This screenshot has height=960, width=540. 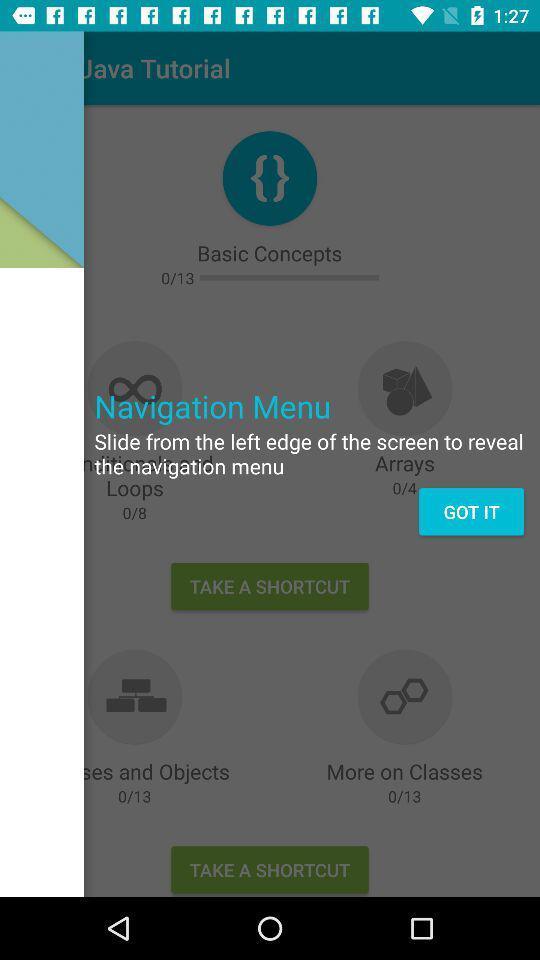 I want to click on icon below slide from the, so click(x=471, y=510).